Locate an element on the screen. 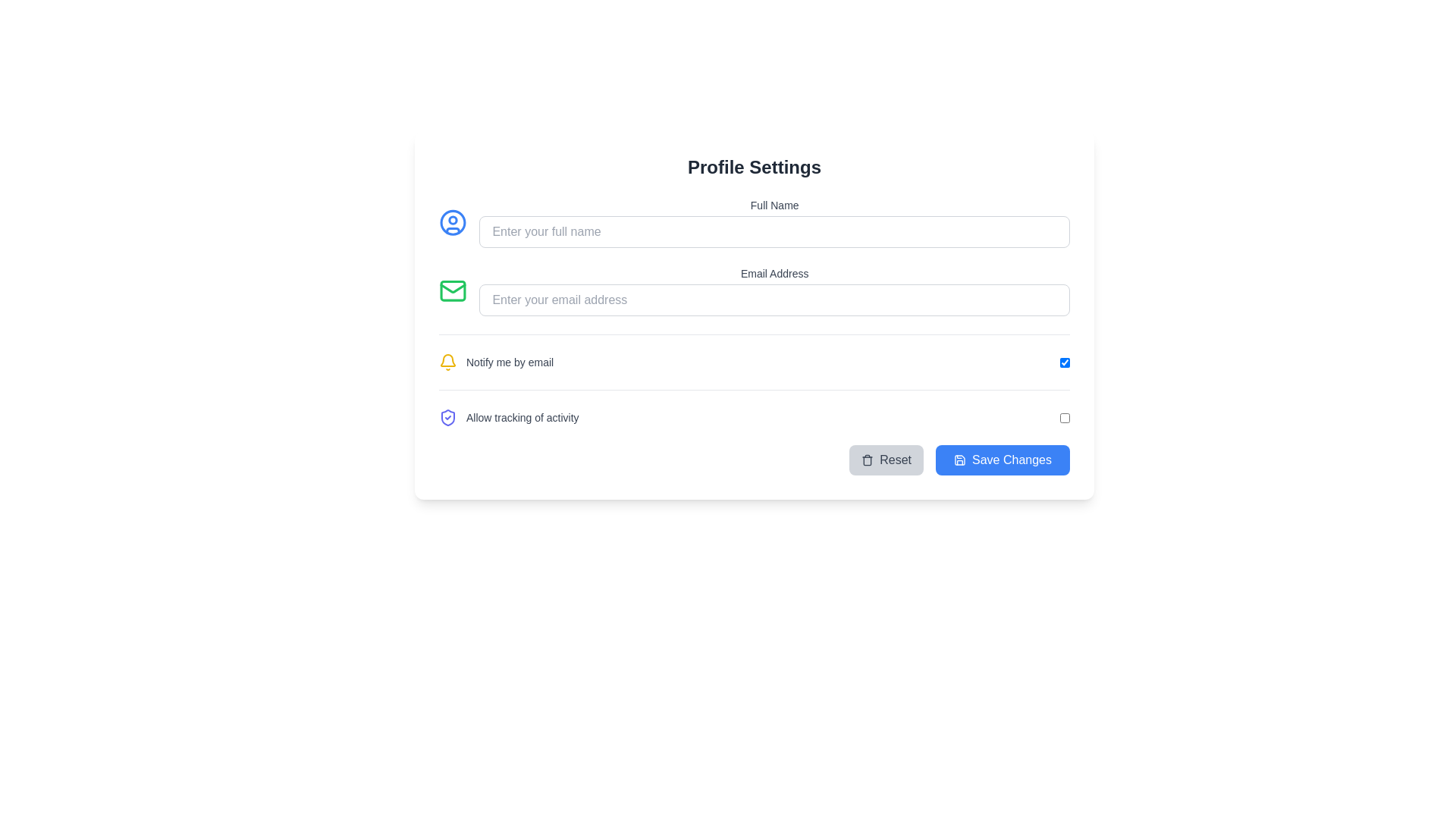 Image resolution: width=1456 pixels, height=819 pixels. the 'Save' button located in the bottom-right corner of the section, which is positioned to the right of the grey 'Reset' button is located at coordinates (1003, 459).